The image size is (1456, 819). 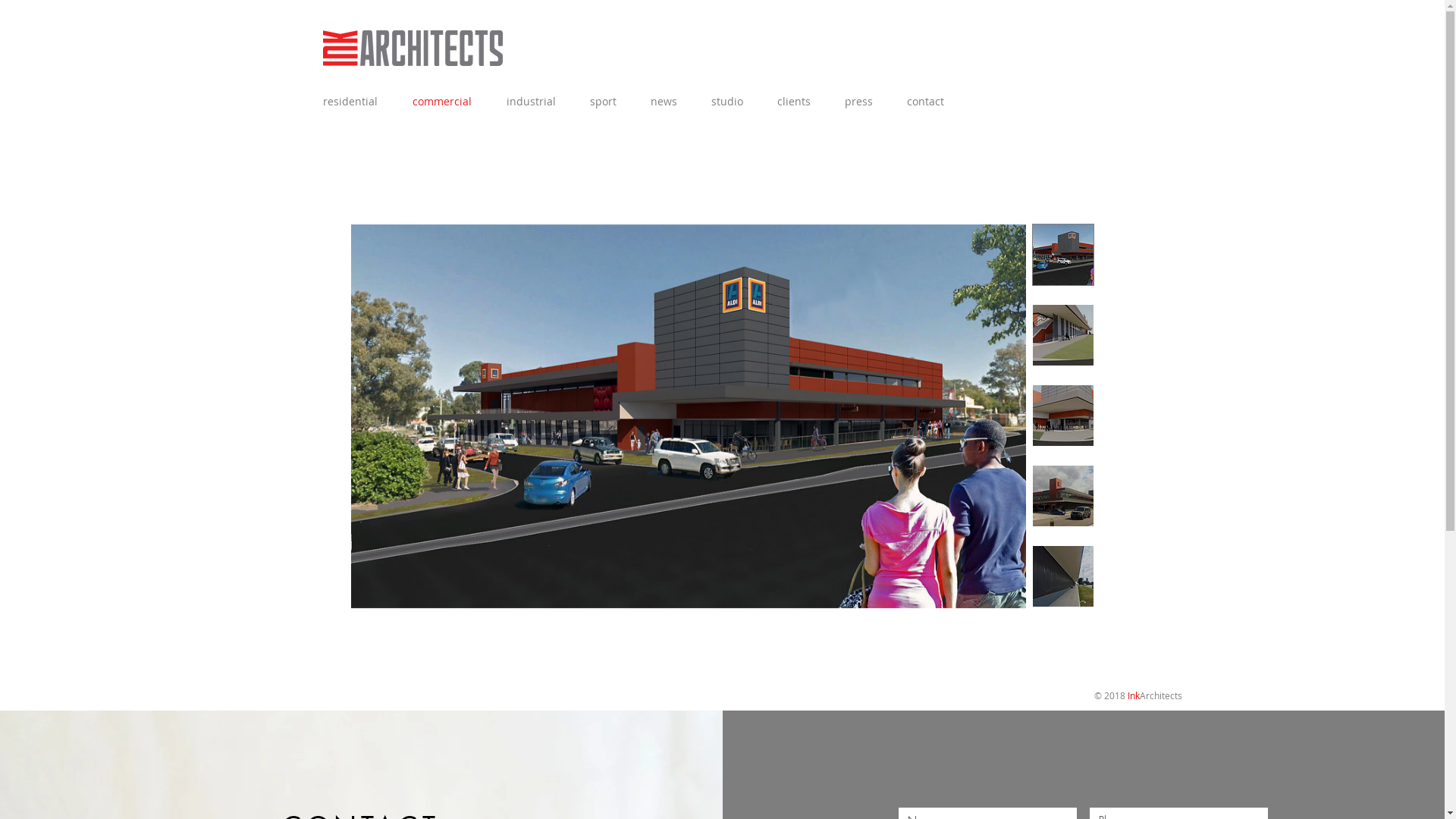 I want to click on 'press', so click(x=863, y=101).